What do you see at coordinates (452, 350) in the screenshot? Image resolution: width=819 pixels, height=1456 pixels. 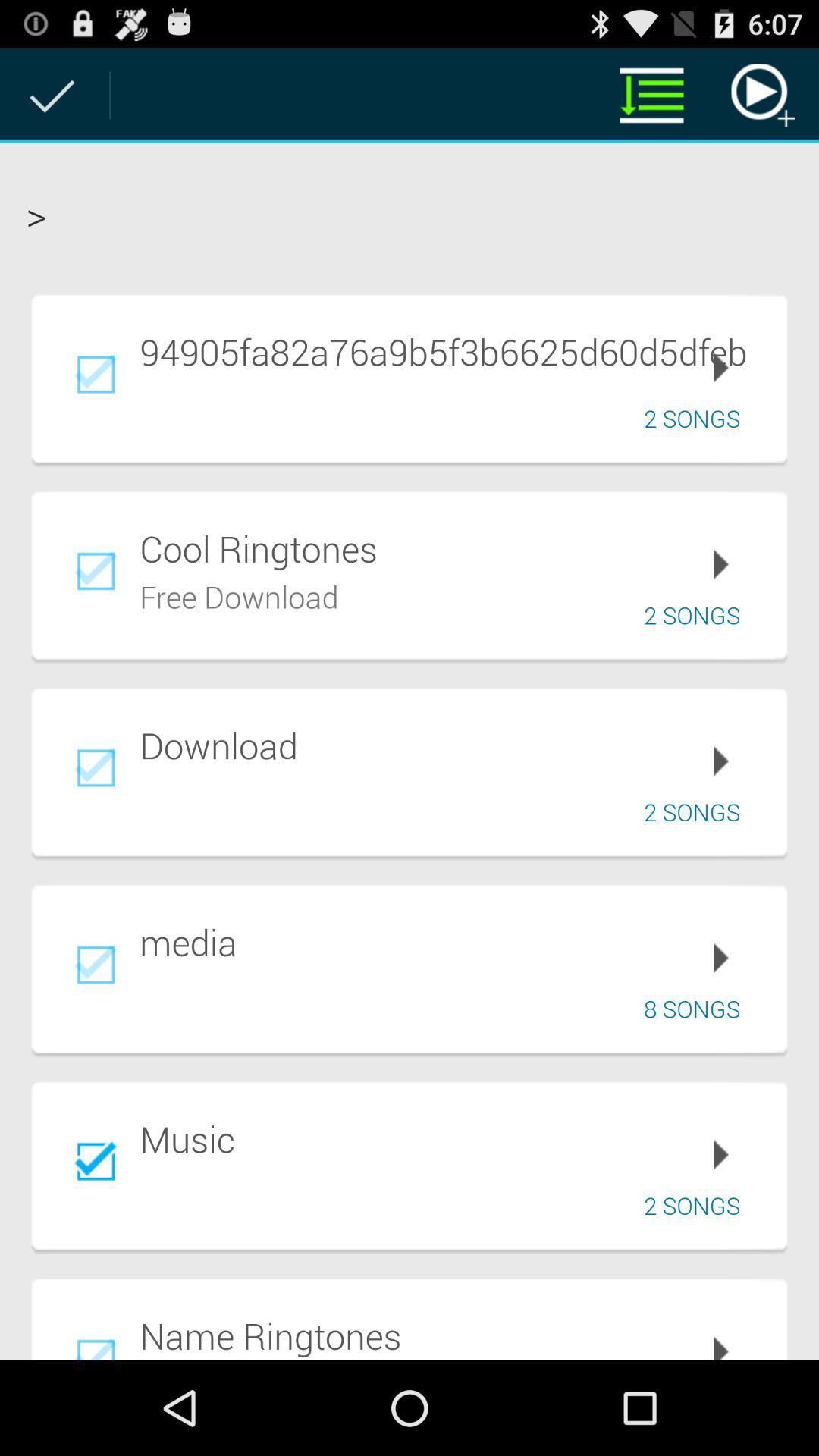 I see `app below > icon` at bounding box center [452, 350].